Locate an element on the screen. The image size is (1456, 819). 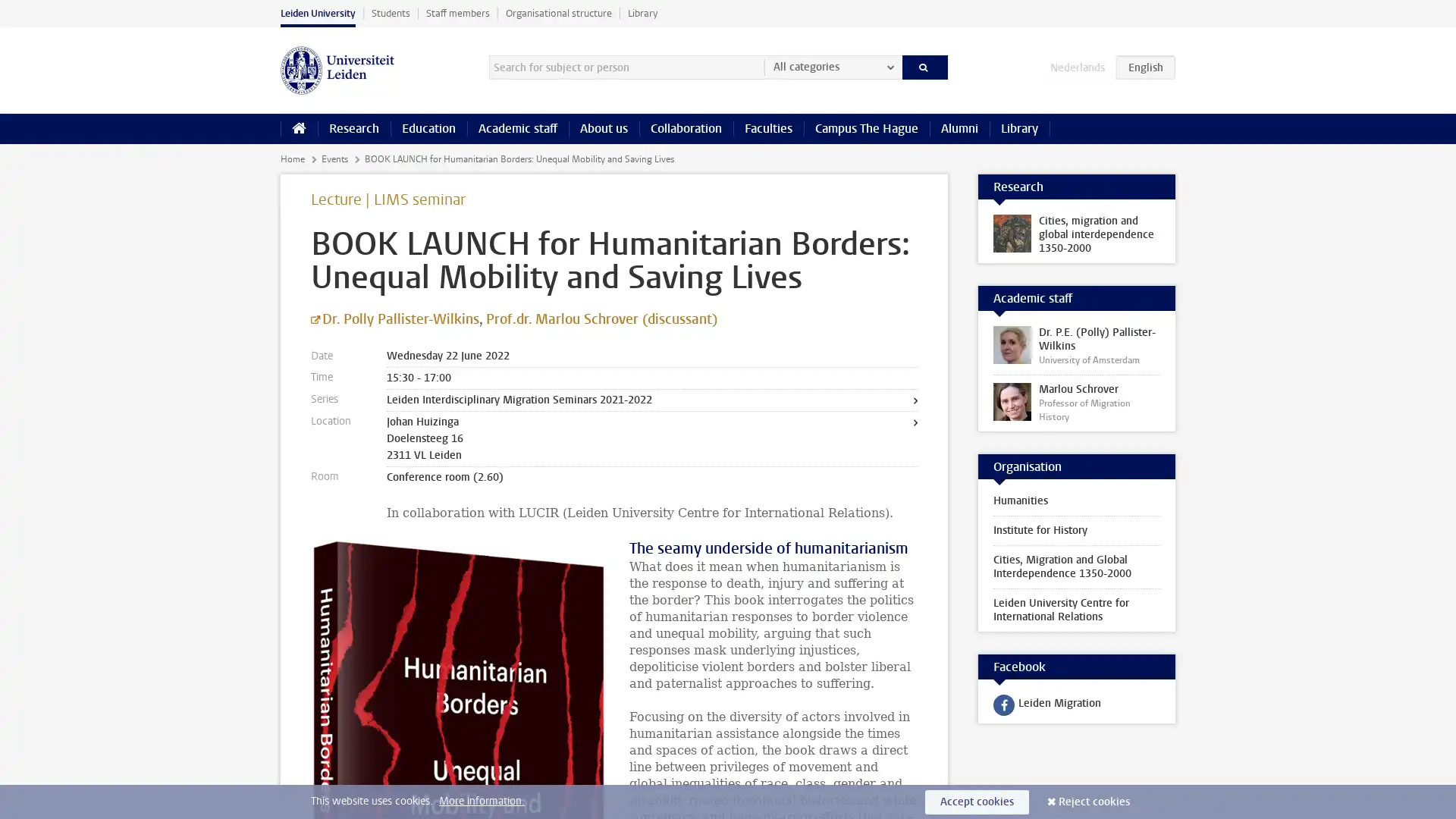
Reject cookies is located at coordinates (1094, 801).